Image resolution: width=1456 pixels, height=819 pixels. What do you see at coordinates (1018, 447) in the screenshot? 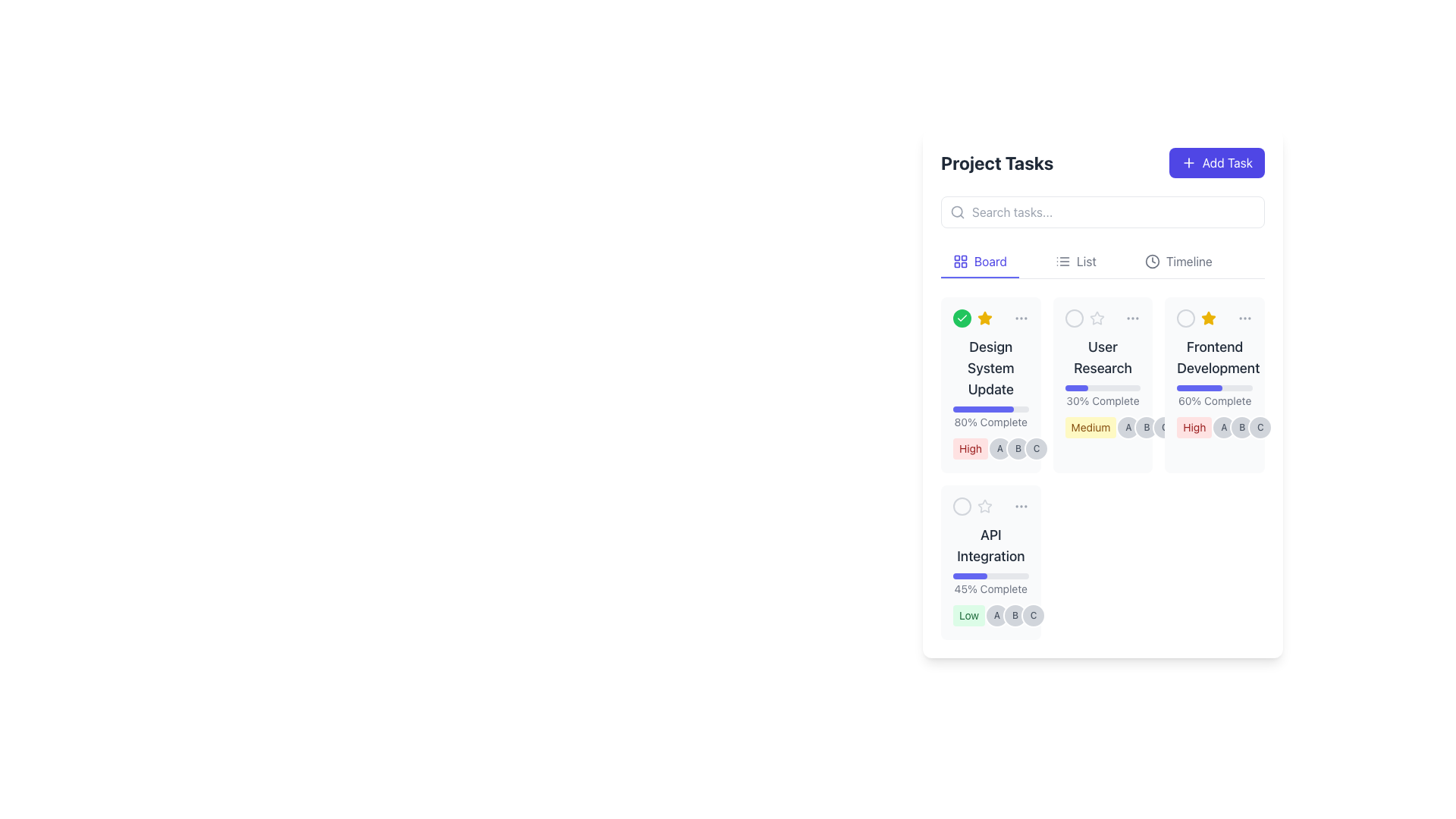
I see `the circular badge representing 'B' in the lower-left area of the 'Design System Update' task card` at bounding box center [1018, 447].